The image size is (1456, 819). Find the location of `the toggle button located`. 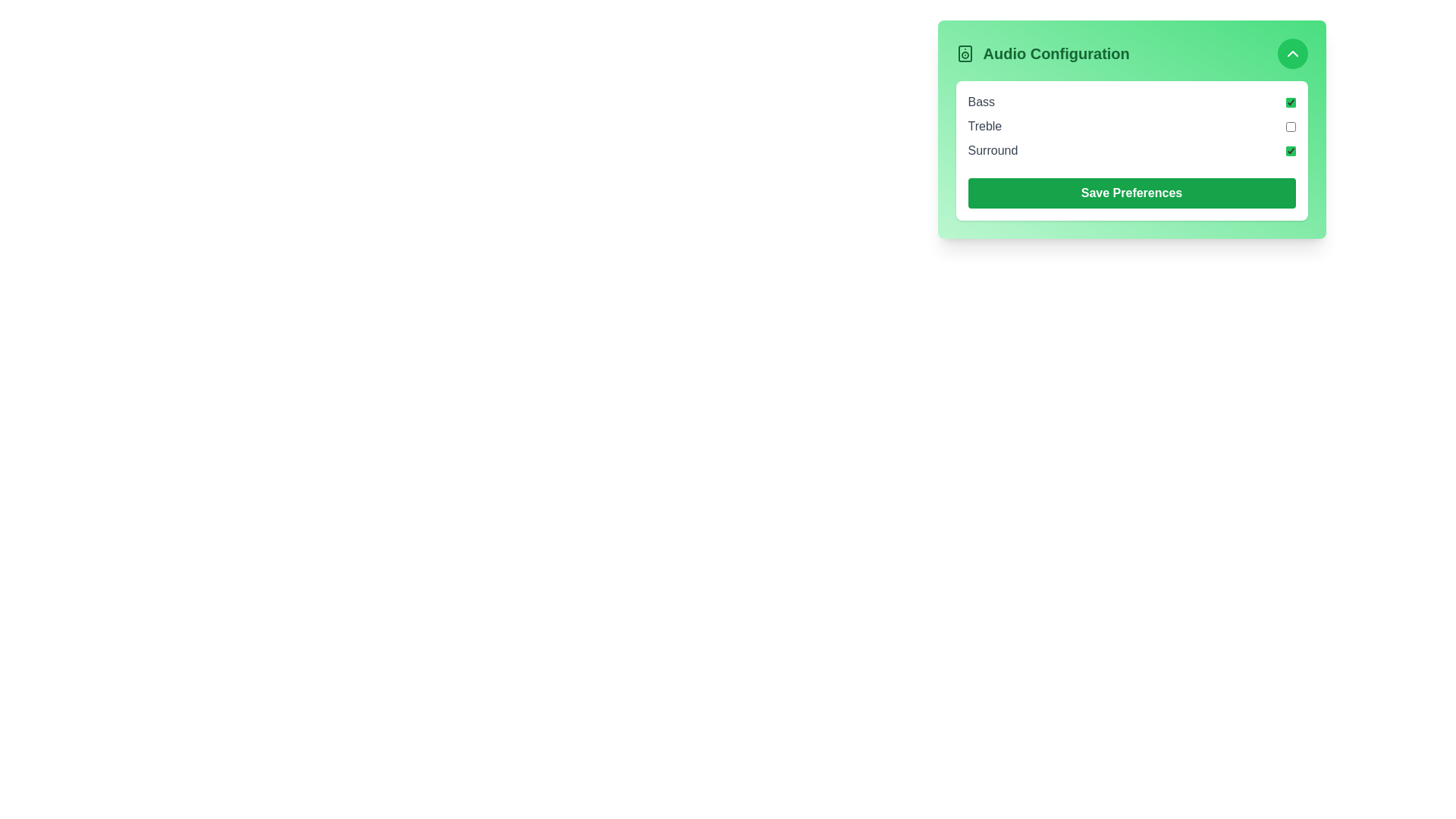

the toggle button located is located at coordinates (1291, 52).